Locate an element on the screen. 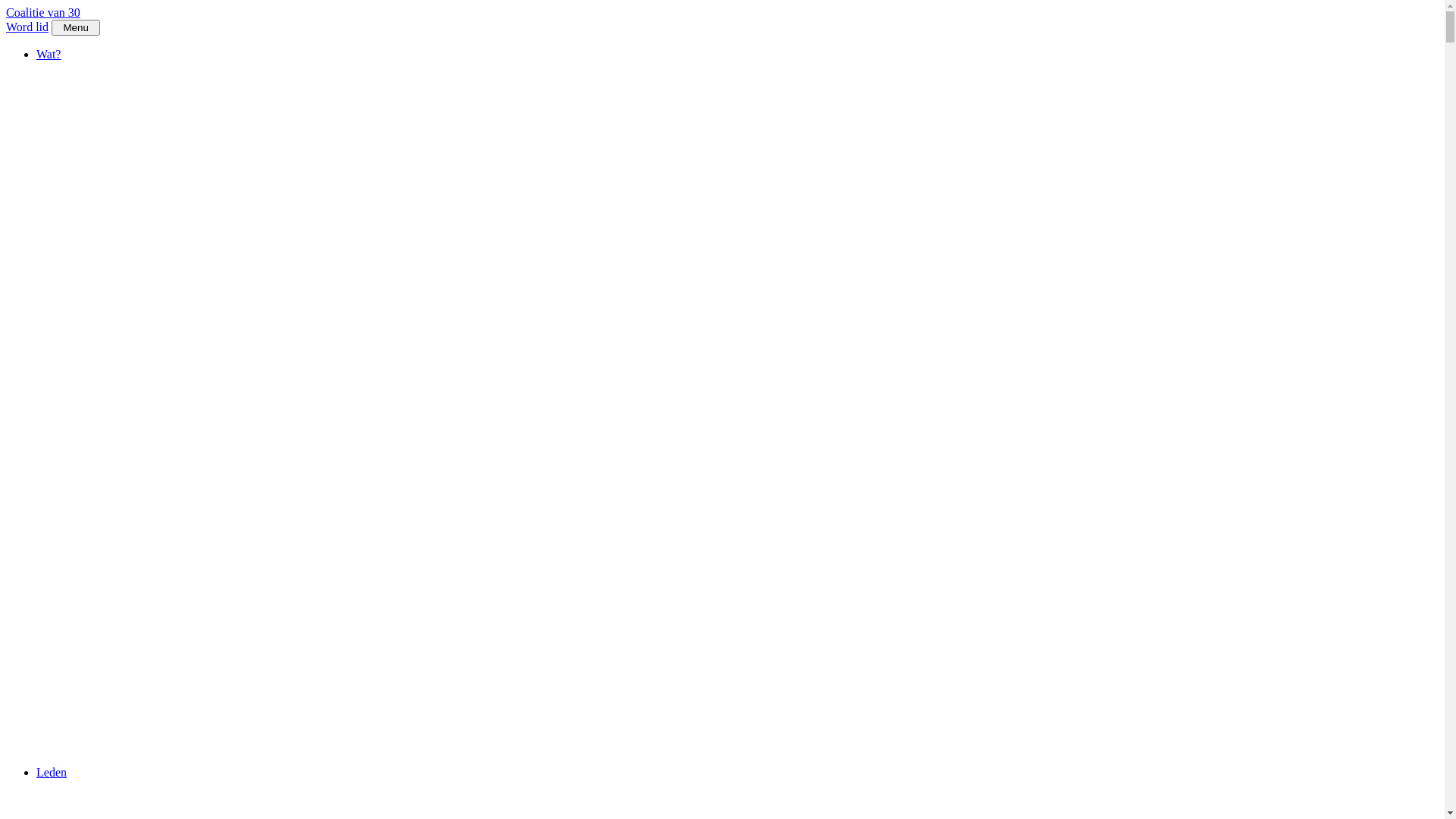  'Wat?' is located at coordinates (48, 53).